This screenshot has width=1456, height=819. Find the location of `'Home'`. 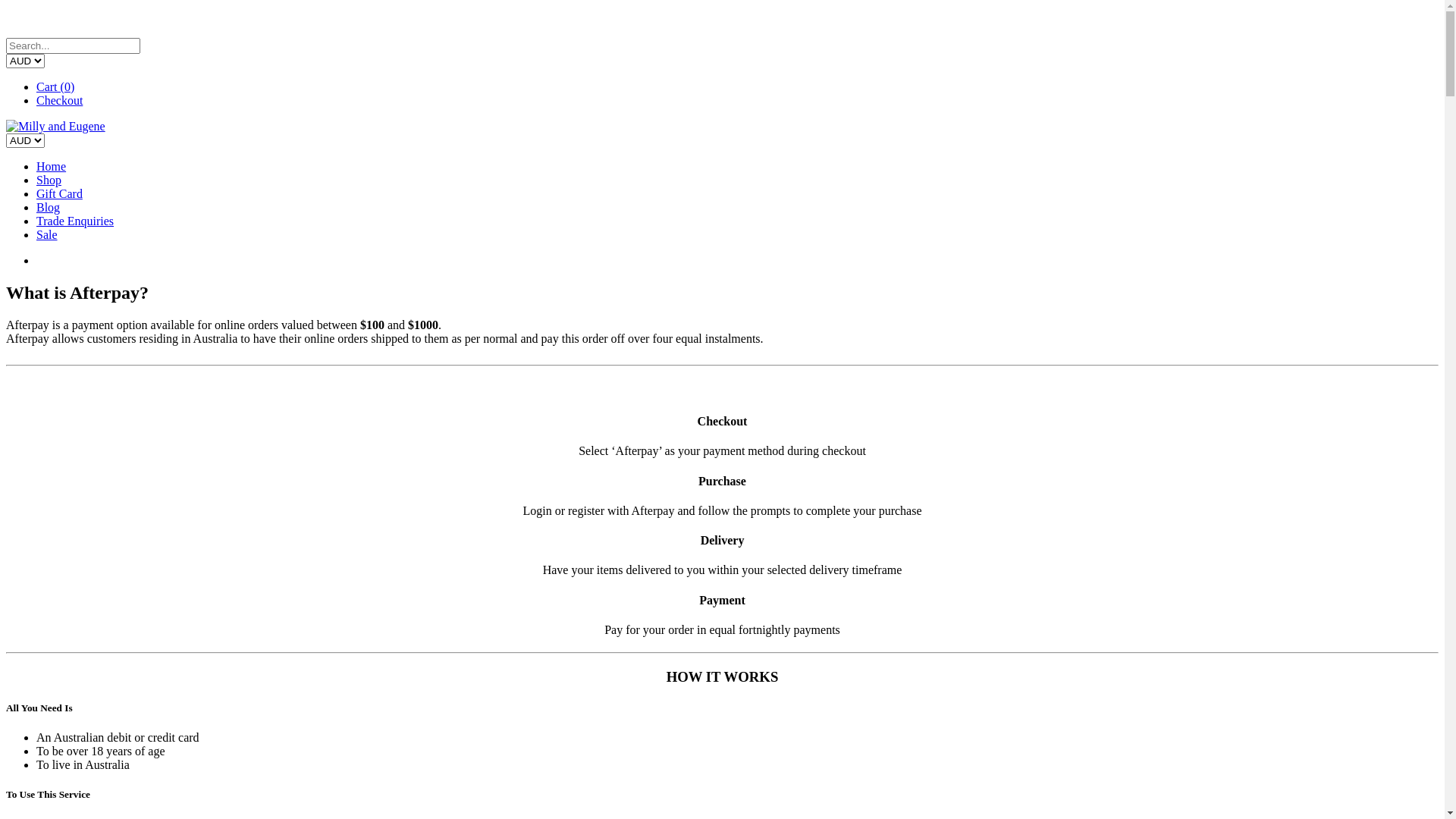

'Home' is located at coordinates (51, 166).